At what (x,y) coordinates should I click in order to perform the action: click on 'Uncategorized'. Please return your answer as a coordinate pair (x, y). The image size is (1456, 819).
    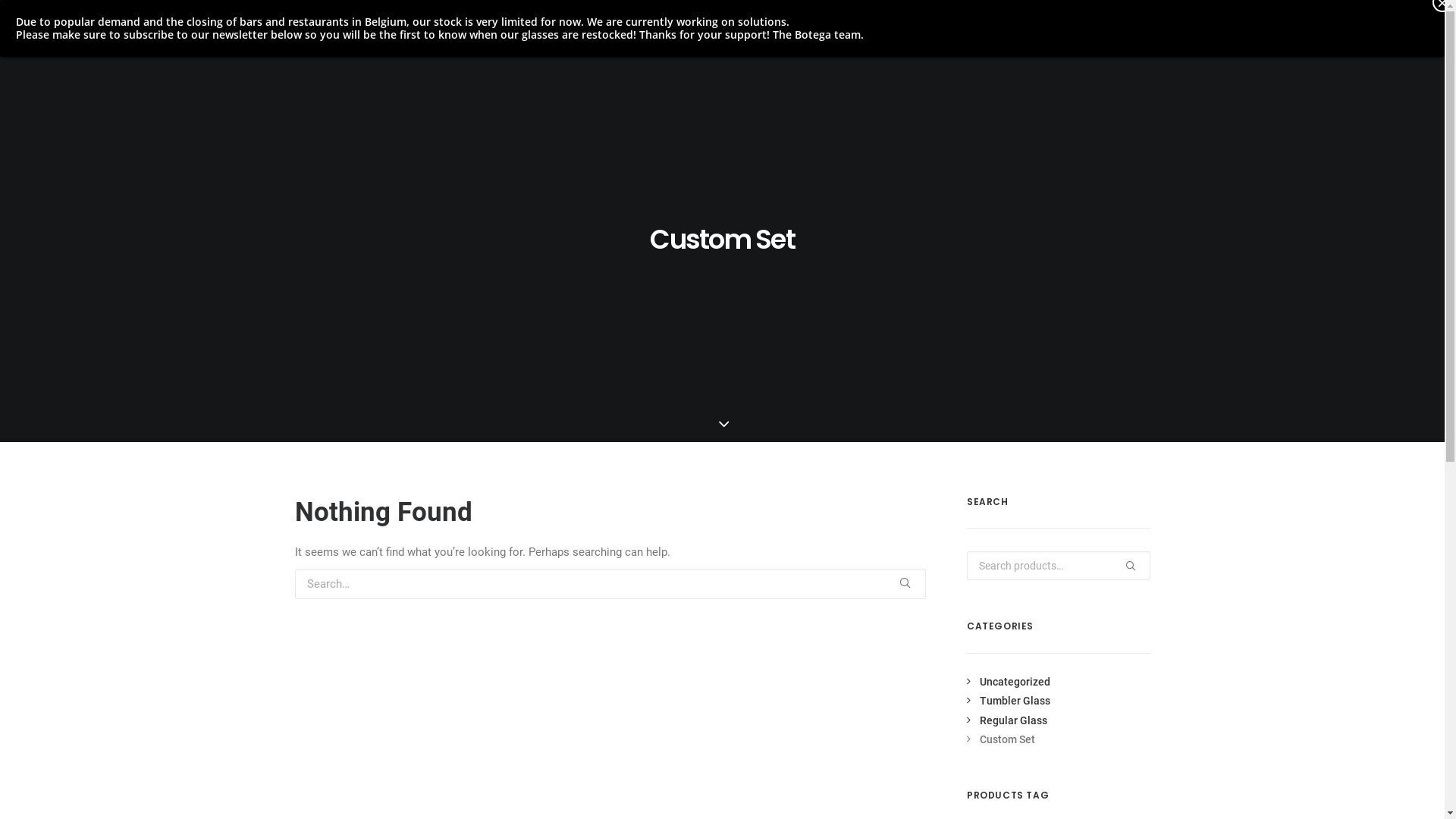
    Looking at the image, I should click on (1008, 680).